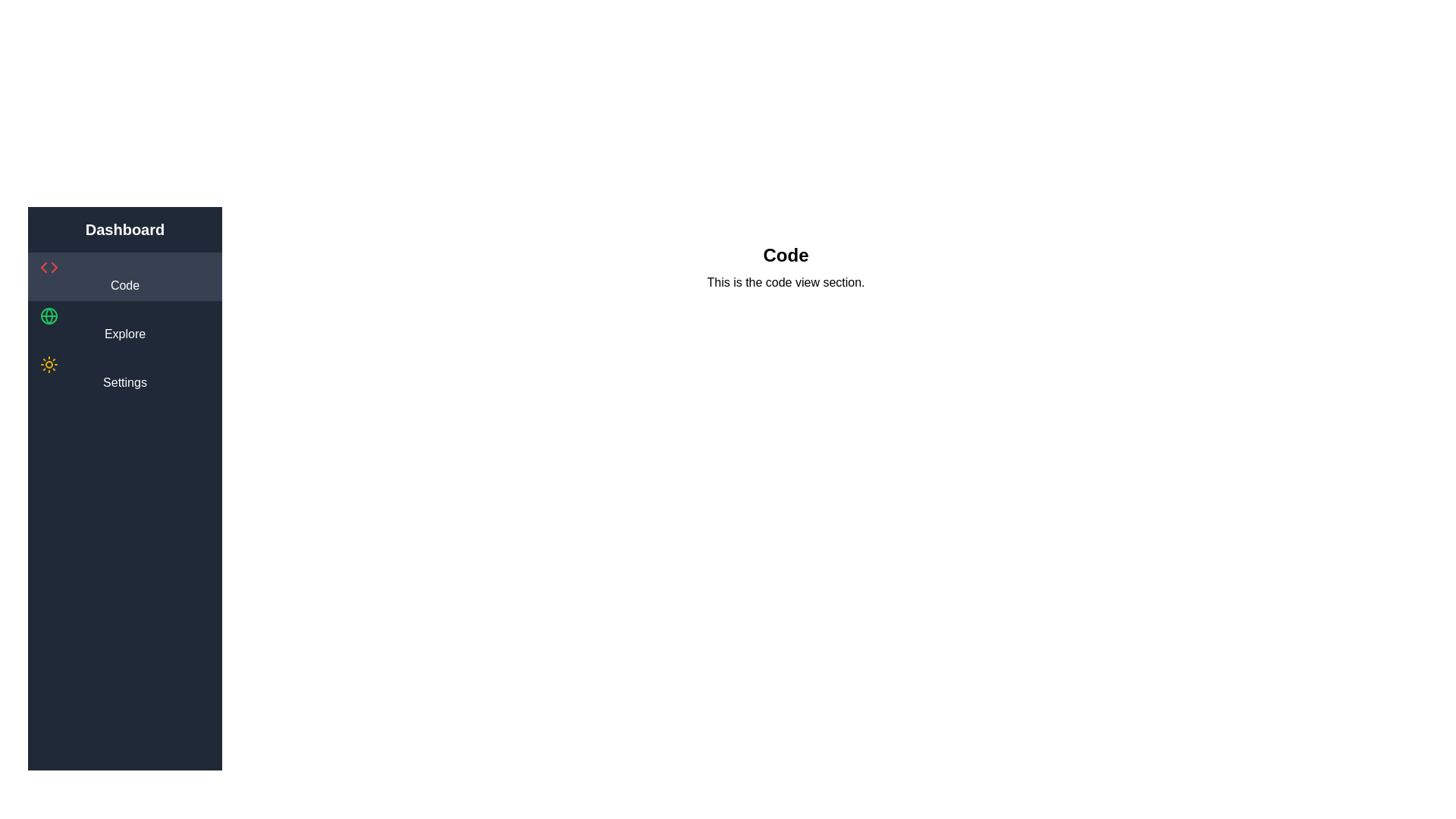 The height and width of the screenshot is (819, 1456). I want to click on the sidebar item labeled 'Code' to highlight it, so click(124, 277).